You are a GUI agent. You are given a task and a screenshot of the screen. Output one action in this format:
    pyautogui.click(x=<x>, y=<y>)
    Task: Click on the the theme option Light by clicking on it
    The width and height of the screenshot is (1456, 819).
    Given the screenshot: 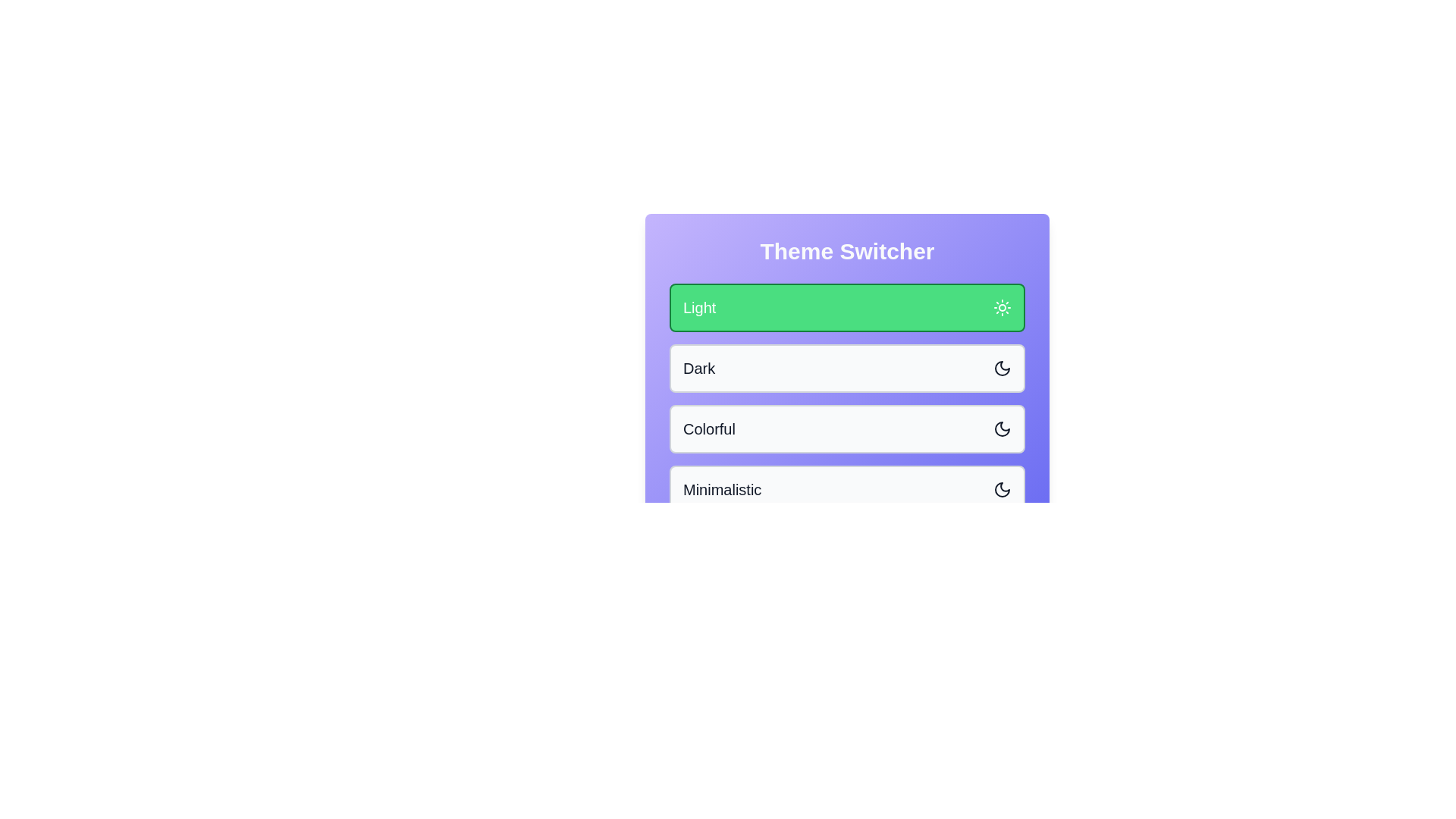 What is the action you would take?
    pyautogui.click(x=846, y=307)
    